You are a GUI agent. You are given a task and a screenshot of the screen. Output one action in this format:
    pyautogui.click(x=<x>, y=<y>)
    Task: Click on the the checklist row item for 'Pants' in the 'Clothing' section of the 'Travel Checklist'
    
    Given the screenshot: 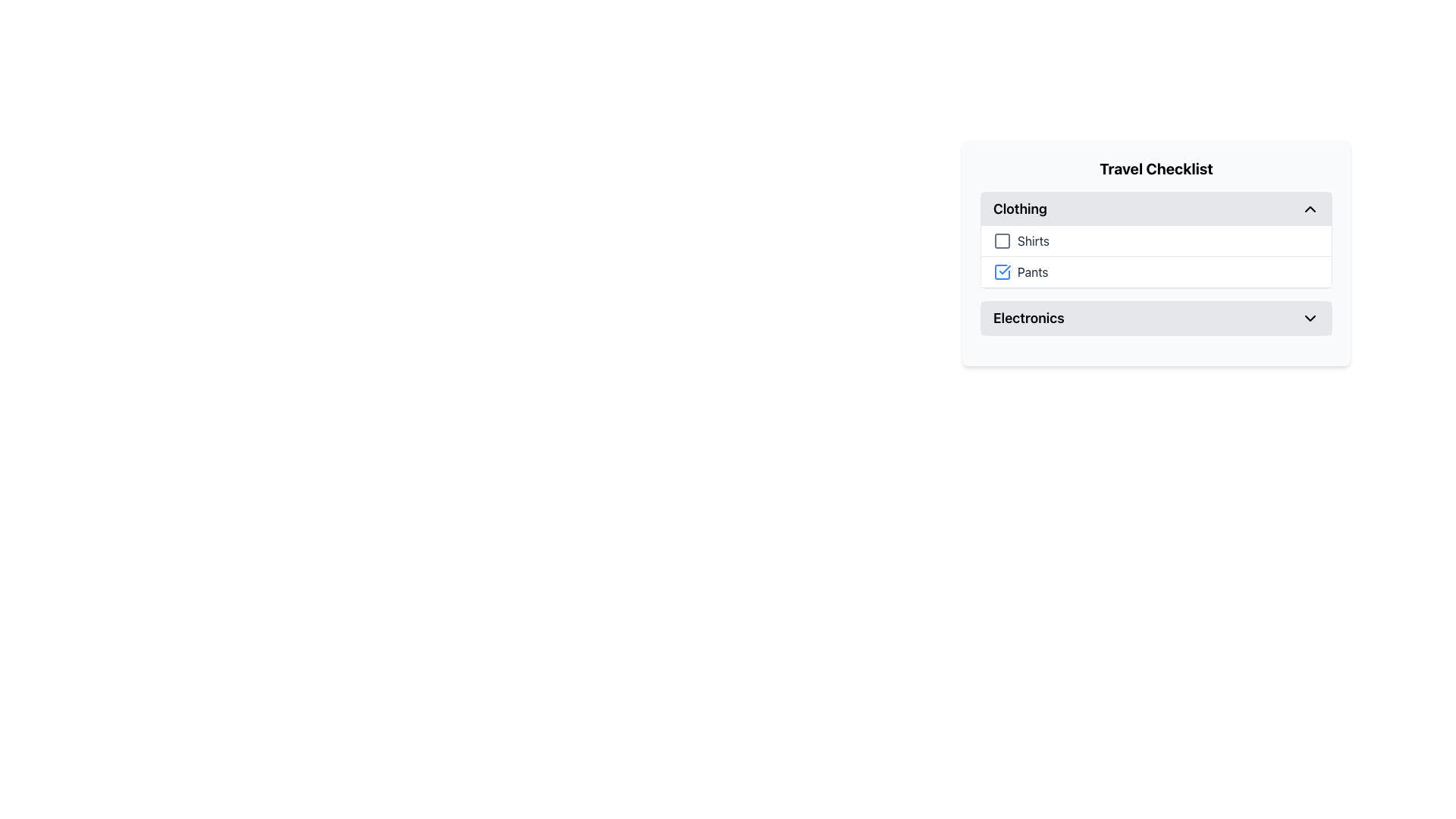 What is the action you would take?
    pyautogui.click(x=1156, y=271)
    